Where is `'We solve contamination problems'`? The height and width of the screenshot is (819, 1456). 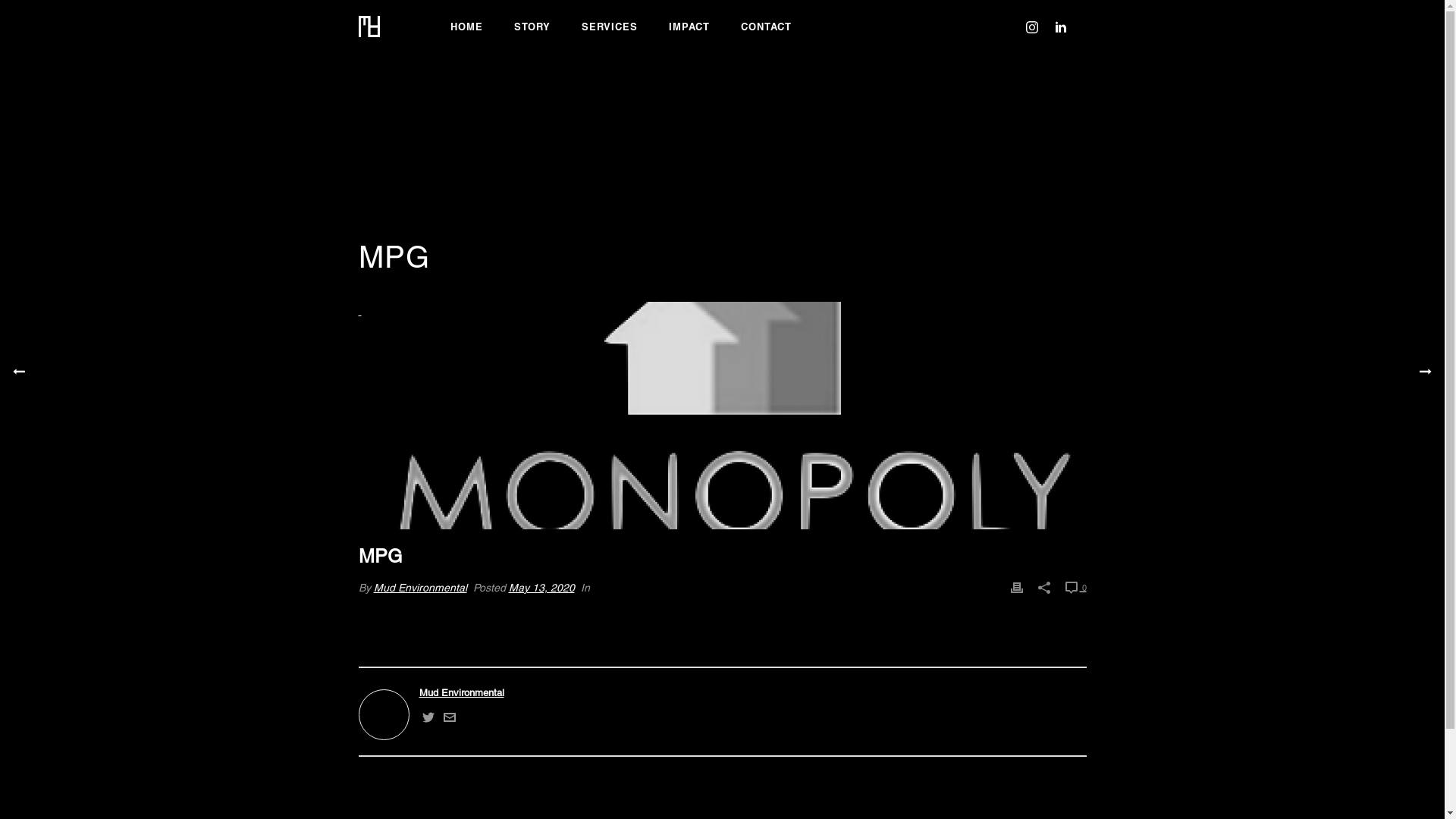 'We solve contamination problems' is located at coordinates (368, 26).